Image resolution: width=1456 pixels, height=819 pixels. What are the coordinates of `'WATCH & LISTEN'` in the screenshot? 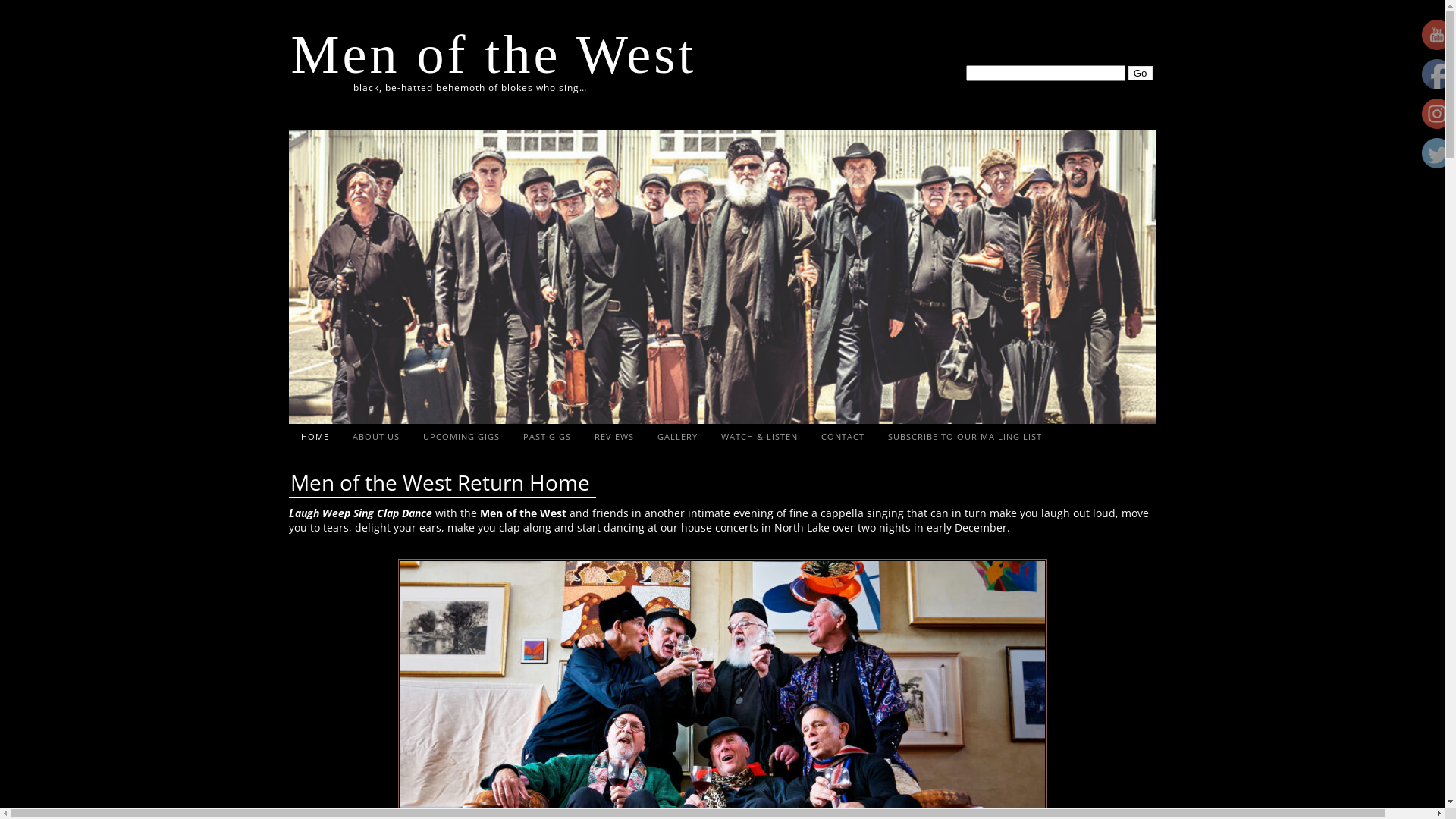 It's located at (760, 435).